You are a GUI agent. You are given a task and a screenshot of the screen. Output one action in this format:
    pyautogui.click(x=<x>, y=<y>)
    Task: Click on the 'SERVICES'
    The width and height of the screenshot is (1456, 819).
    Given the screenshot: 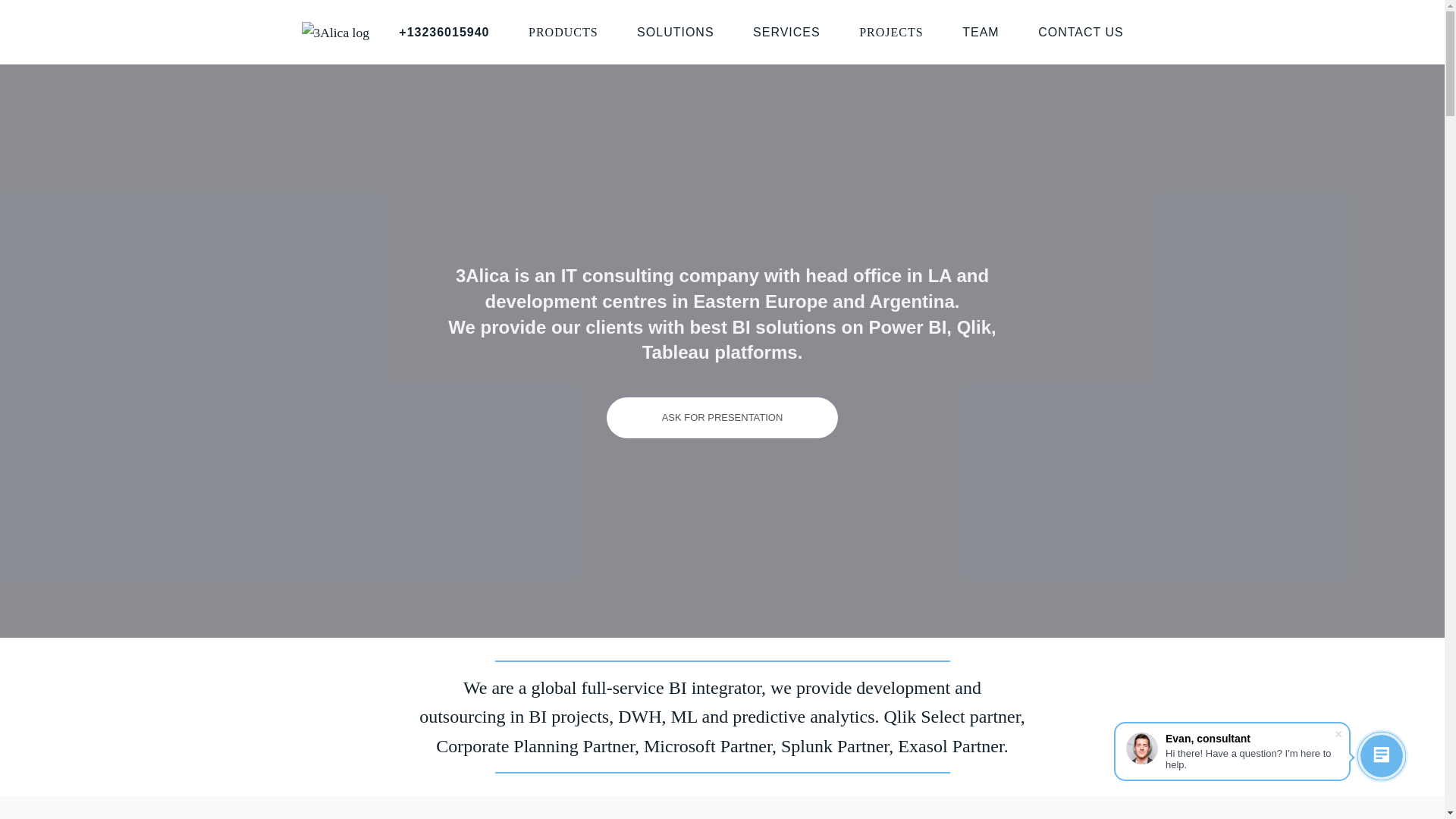 What is the action you would take?
    pyautogui.click(x=753, y=32)
    